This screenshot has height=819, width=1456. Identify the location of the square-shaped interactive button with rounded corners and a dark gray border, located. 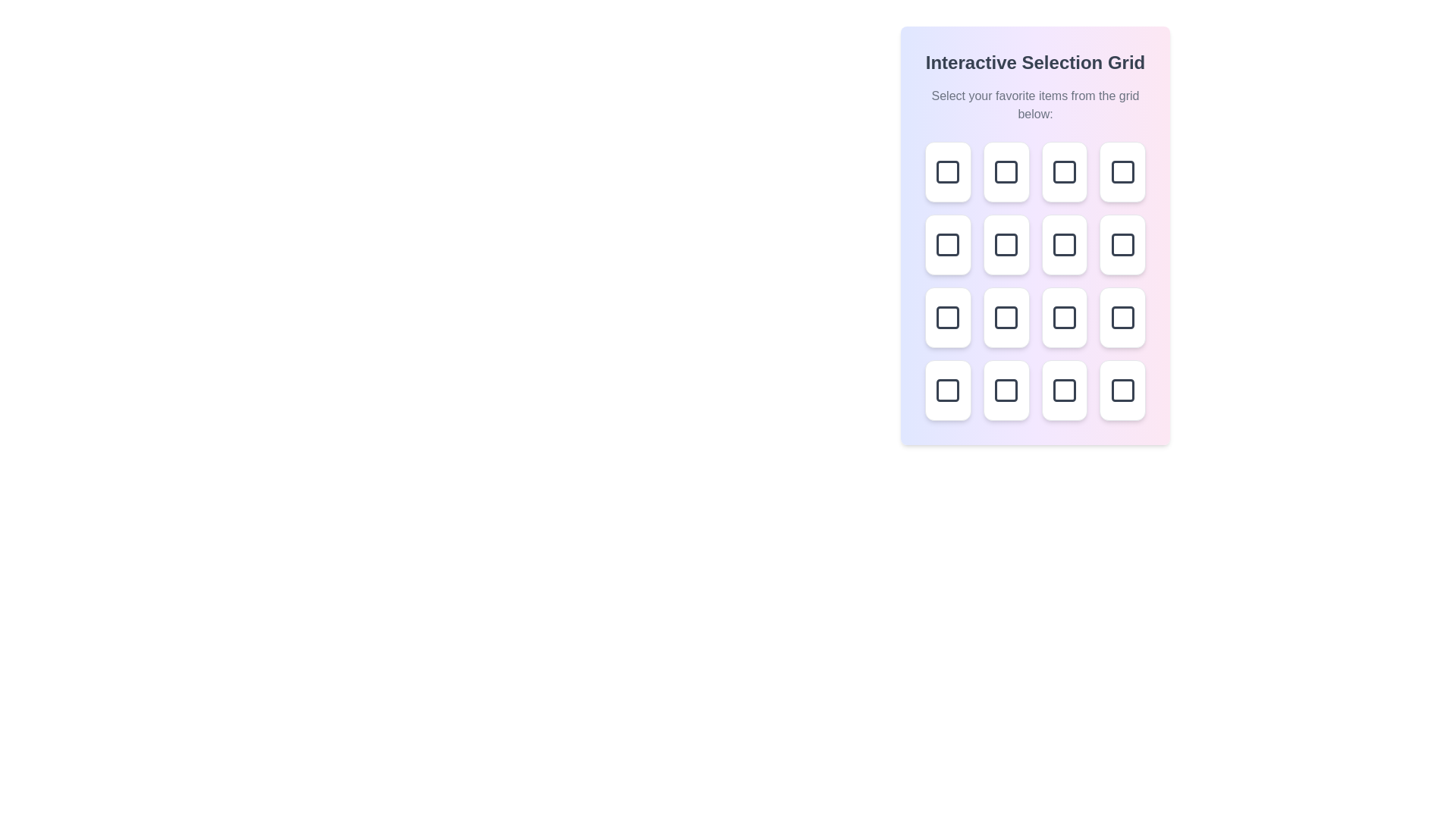
(1063, 171).